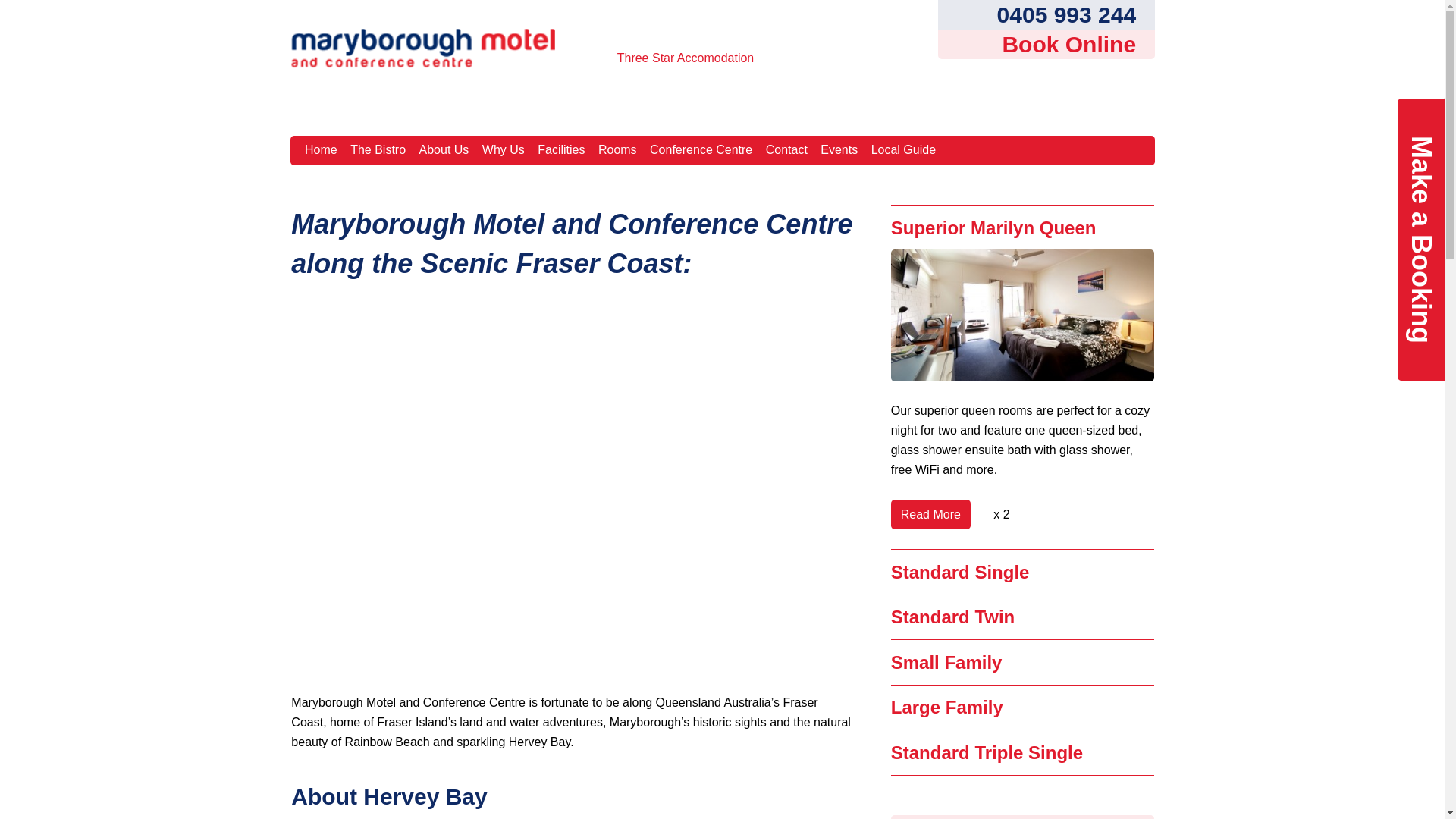  Describe the element at coordinates (839, 150) in the screenshot. I see `'Events'` at that location.